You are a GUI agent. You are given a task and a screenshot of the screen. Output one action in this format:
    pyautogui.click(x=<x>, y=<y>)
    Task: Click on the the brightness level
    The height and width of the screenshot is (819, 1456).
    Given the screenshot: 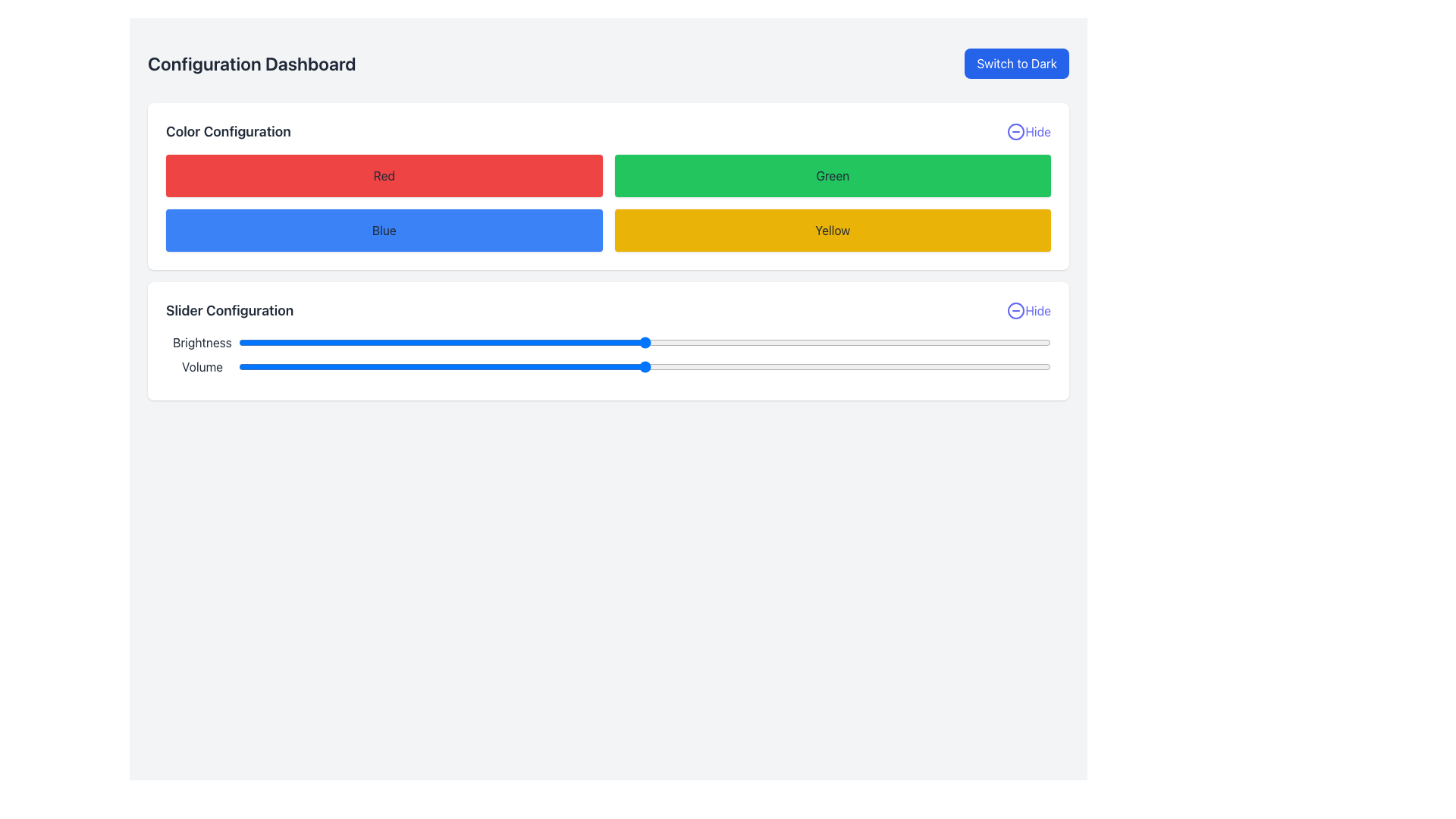 What is the action you would take?
    pyautogui.click(x=1002, y=342)
    